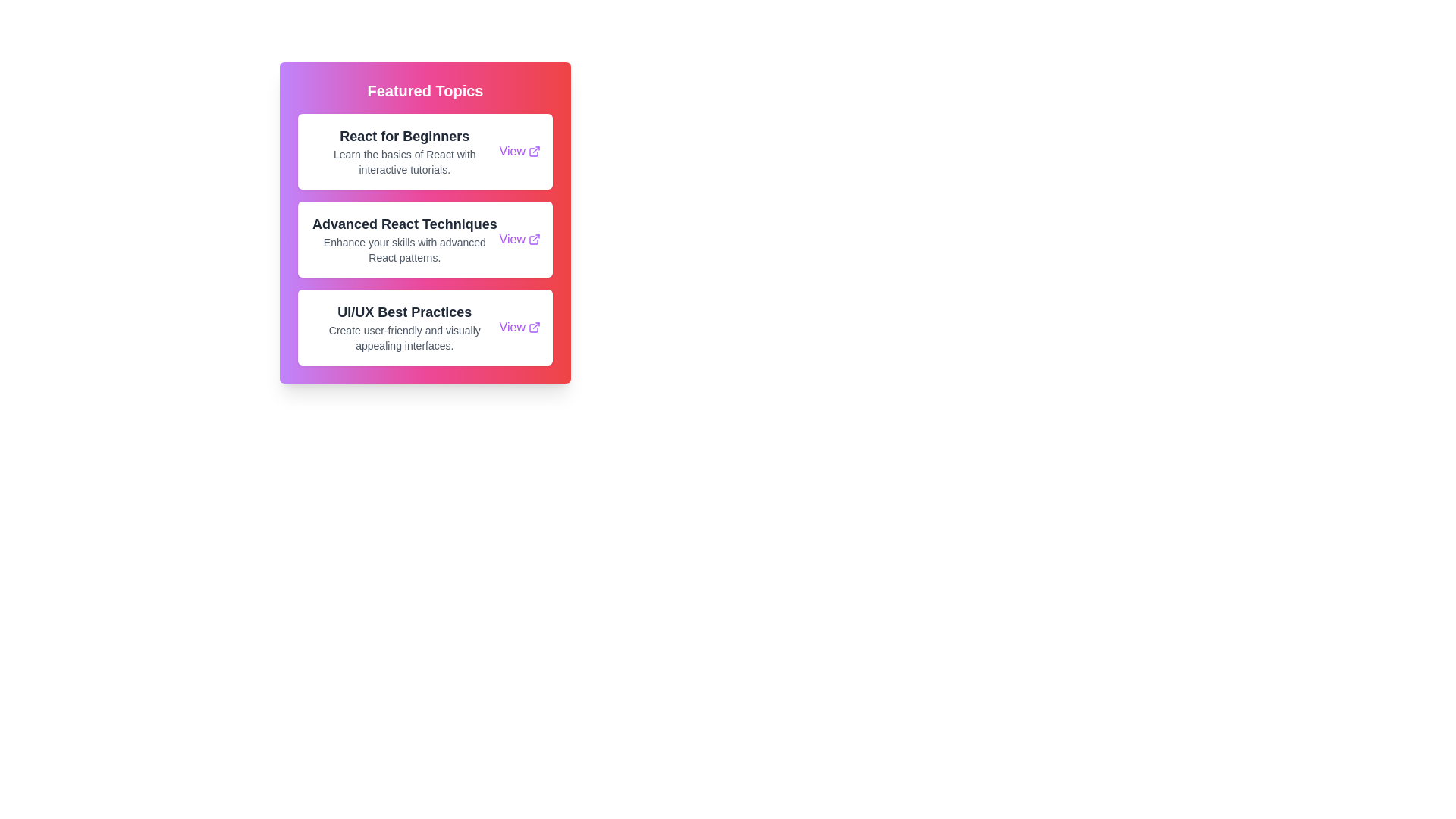 This screenshot has height=819, width=1456. What do you see at coordinates (535, 239) in the screenshot?
I see `the external link icon located in the second row of the interactive items list, to the right of the 'View' text, to follow the link to 'Advanced React Techniques'` at bounding box center [535, 239].